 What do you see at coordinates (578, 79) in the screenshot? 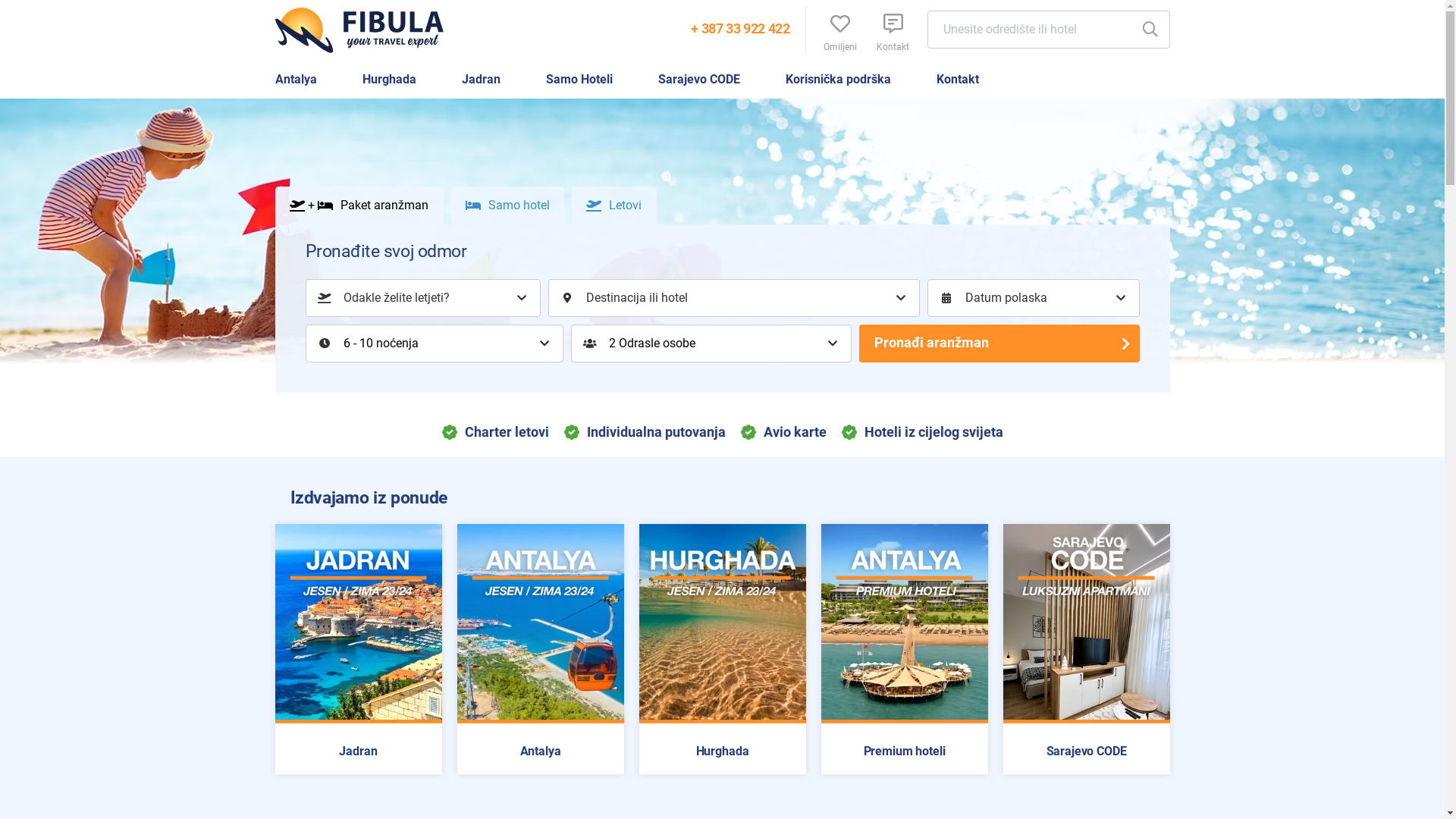
I see `'Samo Hoteli'` at bounding box center [578, 79].